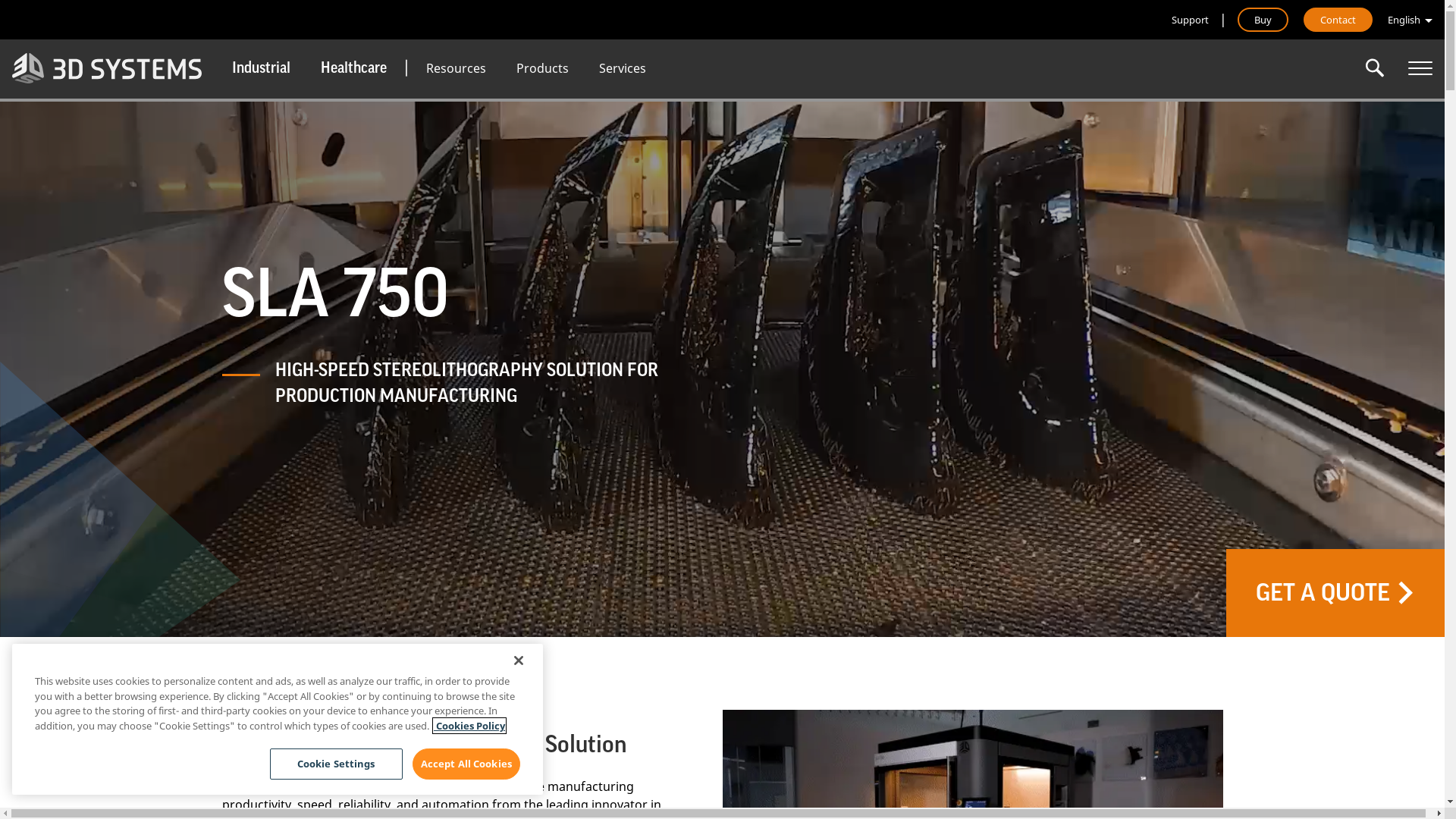  Describe the element at coordinates (261, 67) in the screenshot. I see `'Industrial'` at that location.